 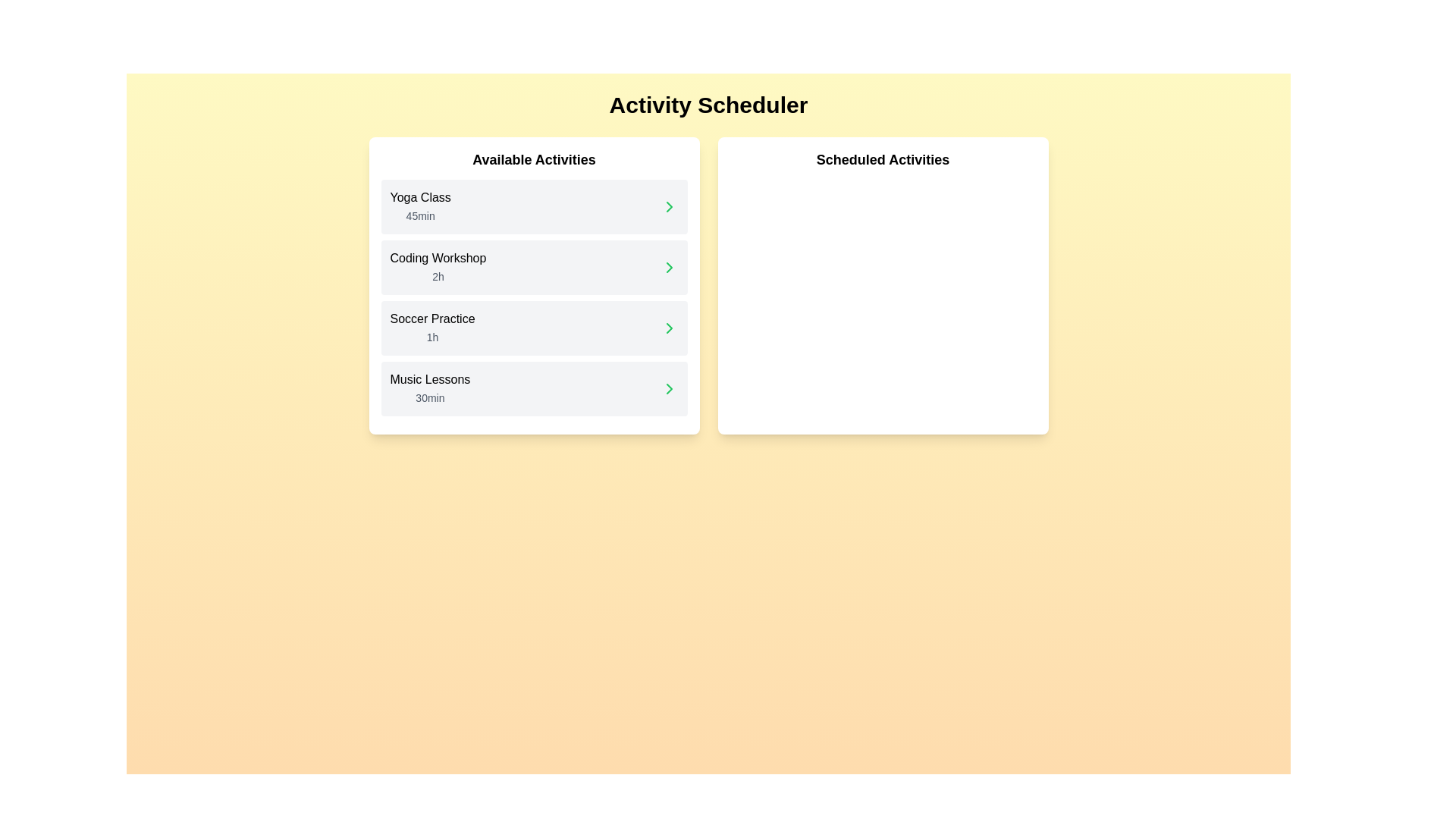 What do you see at coordinates (668, 388) in the screenshot?
I see `the chevron icon next to the activity Music Lessons to schedule it` at bounding box center [668, 388].